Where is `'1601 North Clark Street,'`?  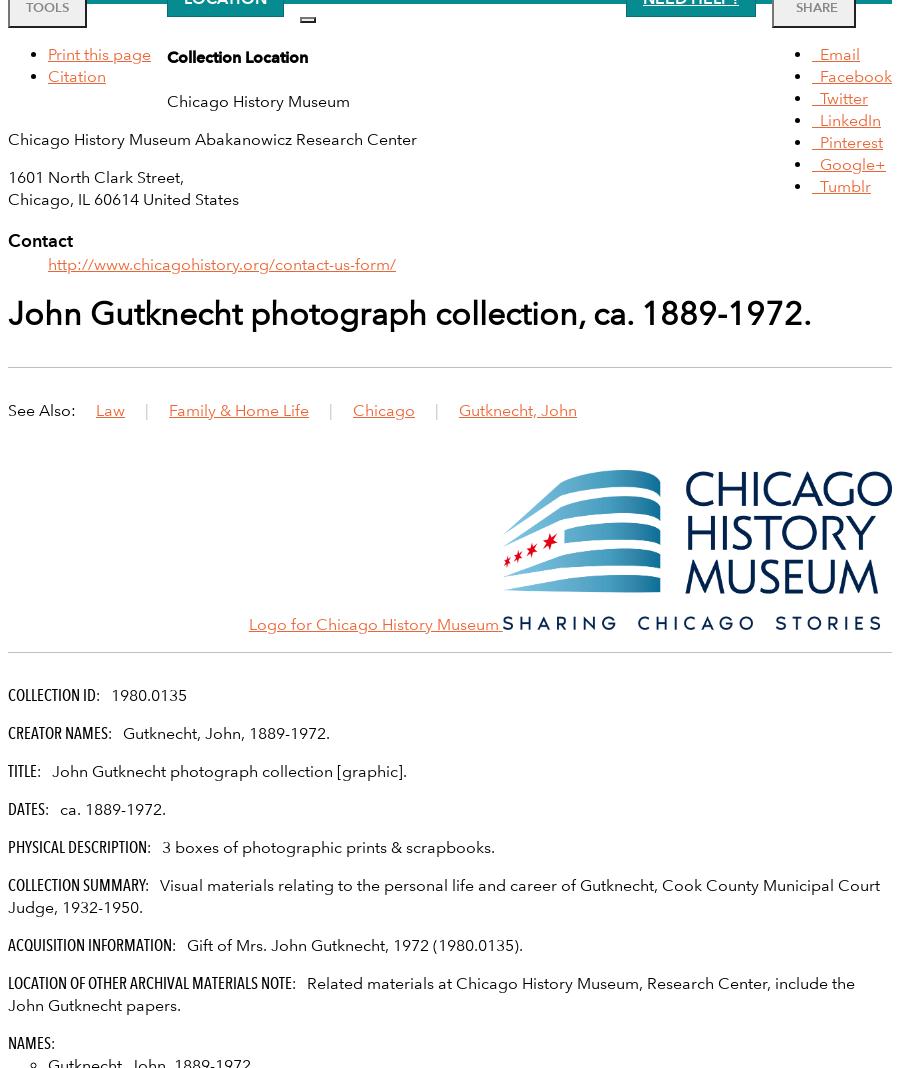 '1601 North Clark Street,' is located at coordinates (96, 176).